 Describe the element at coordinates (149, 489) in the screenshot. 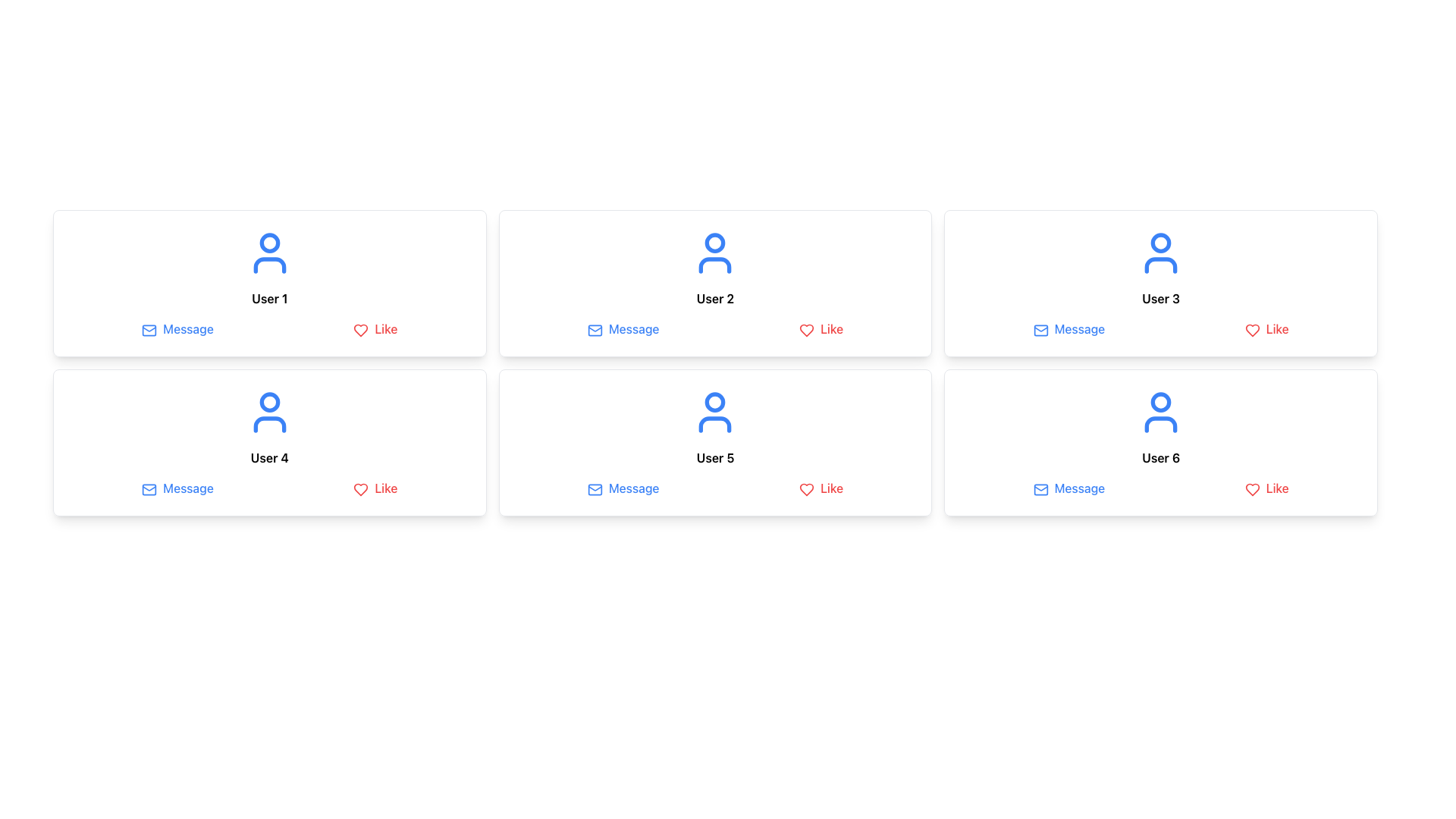

I see `the button containing the blue outlined envelope icon located in the card for 'User 4', which is positioned to the left of the 'Message' text` at that location.